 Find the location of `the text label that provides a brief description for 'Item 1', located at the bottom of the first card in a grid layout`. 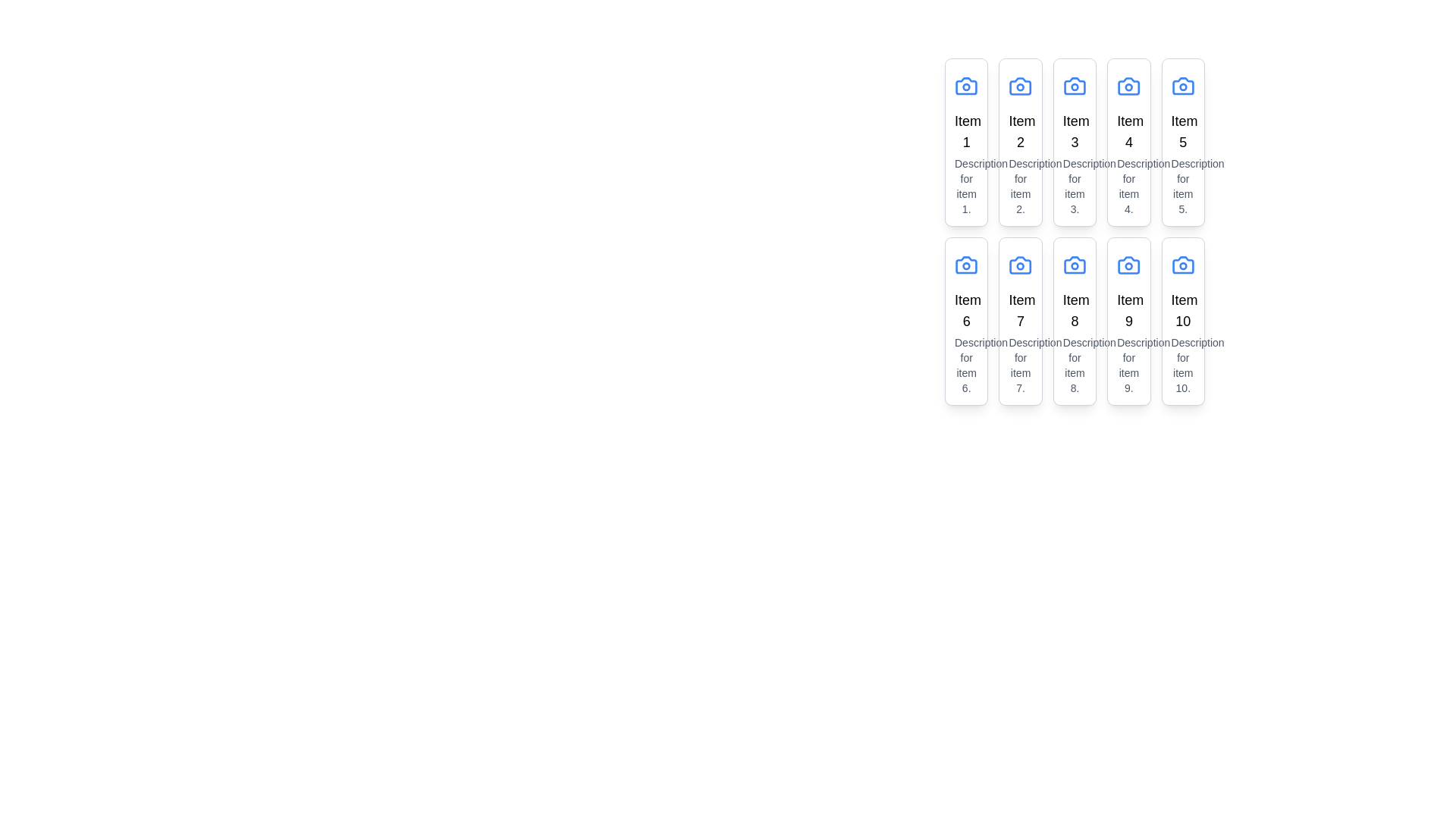

the text label that provides a brief description for 'Item 1', located at the bottom of the first card in a grid layout is located at coordinates (965, 186).